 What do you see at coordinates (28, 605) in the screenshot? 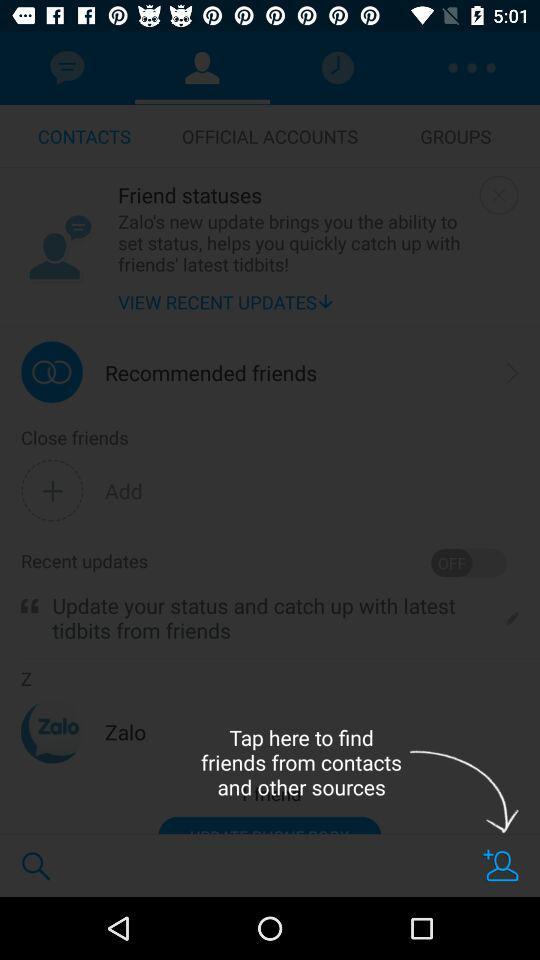
I see `item next to the update your status` at bounding box center [28, 605].